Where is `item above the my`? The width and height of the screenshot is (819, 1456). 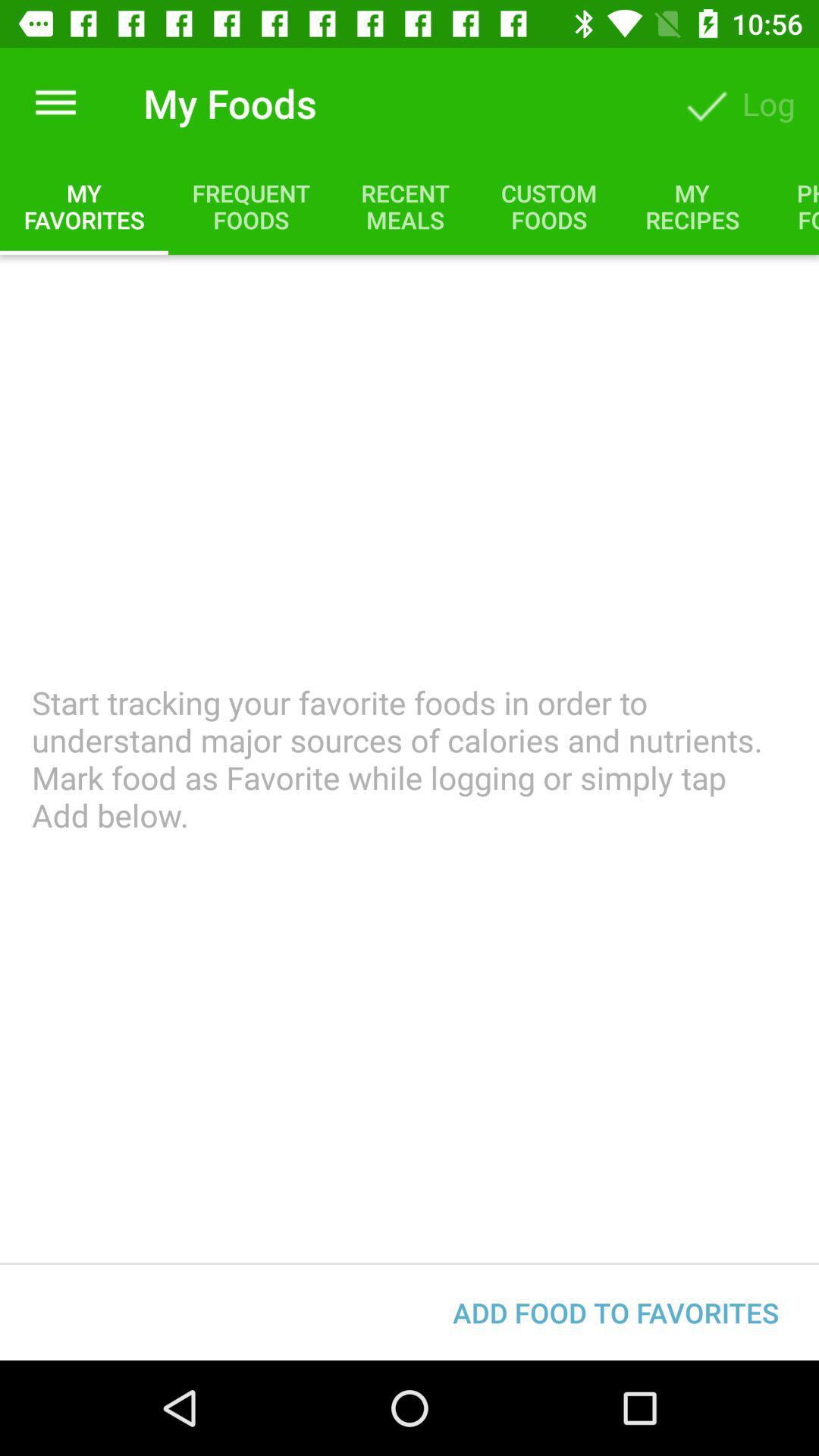
item above the my is located at coordinates (55, 102).